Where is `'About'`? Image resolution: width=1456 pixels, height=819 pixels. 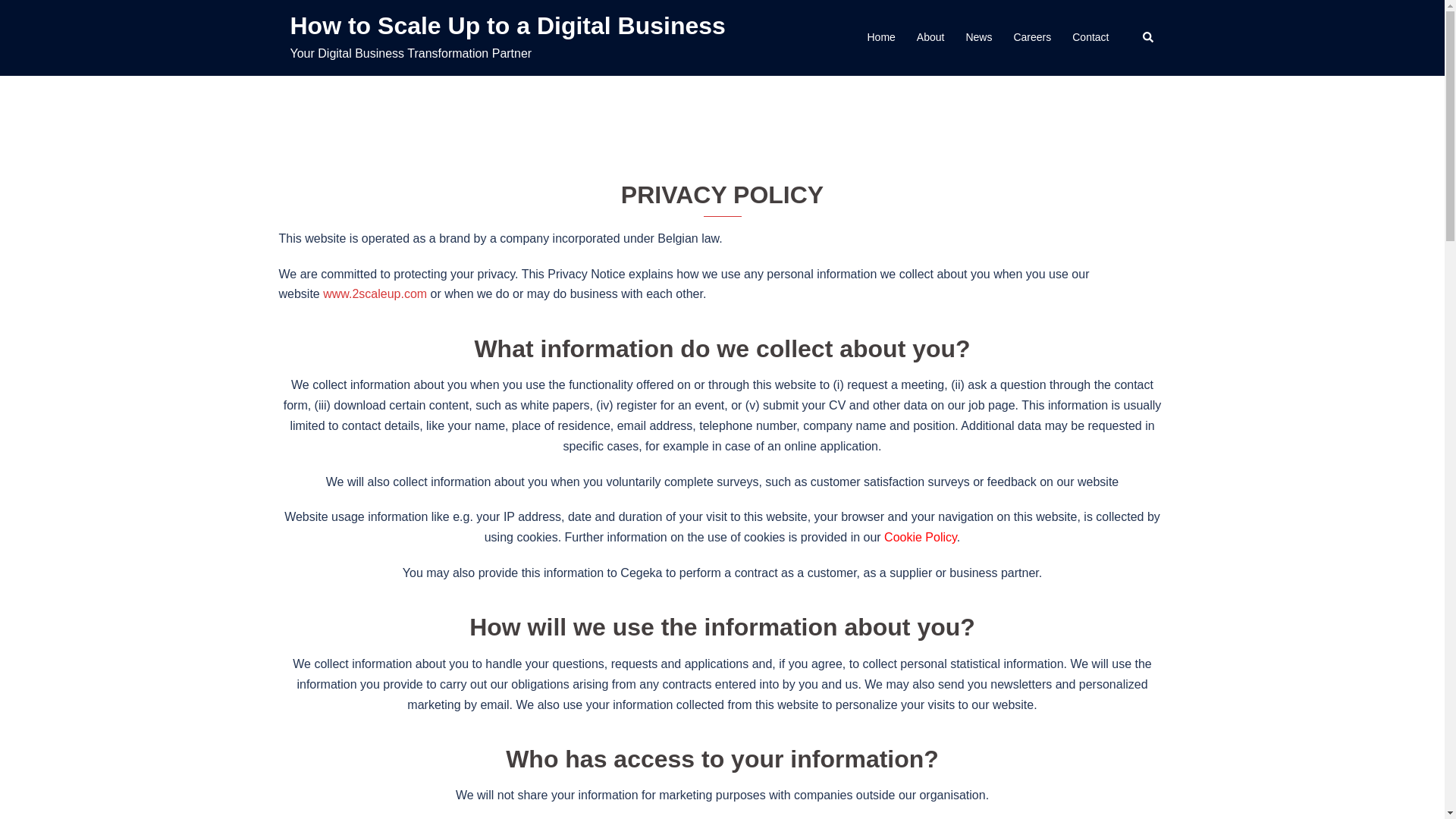
'About' is located at coordinates (916, 37).